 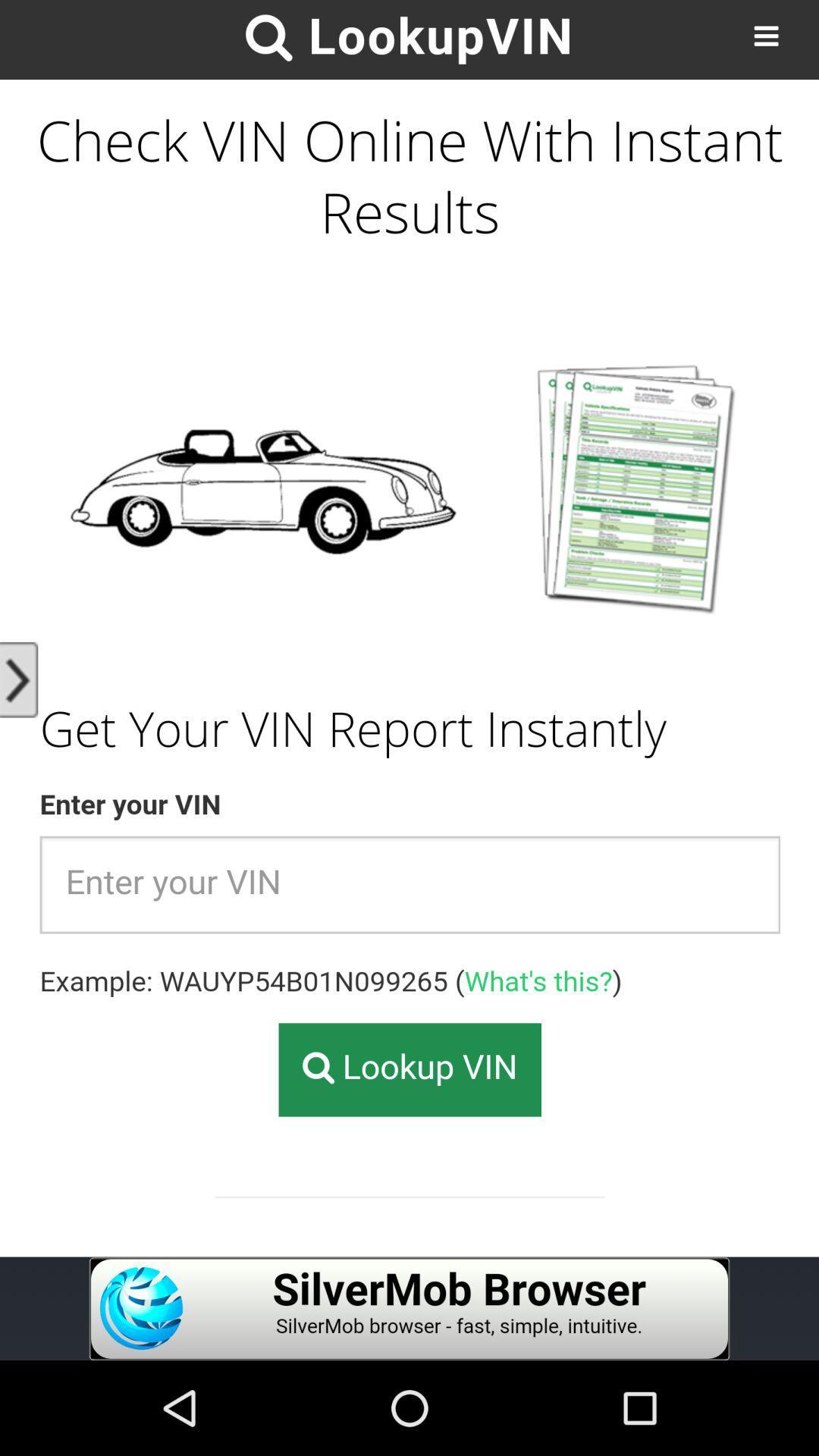 I want to click on advertisement, so click(x=409, y=1308).